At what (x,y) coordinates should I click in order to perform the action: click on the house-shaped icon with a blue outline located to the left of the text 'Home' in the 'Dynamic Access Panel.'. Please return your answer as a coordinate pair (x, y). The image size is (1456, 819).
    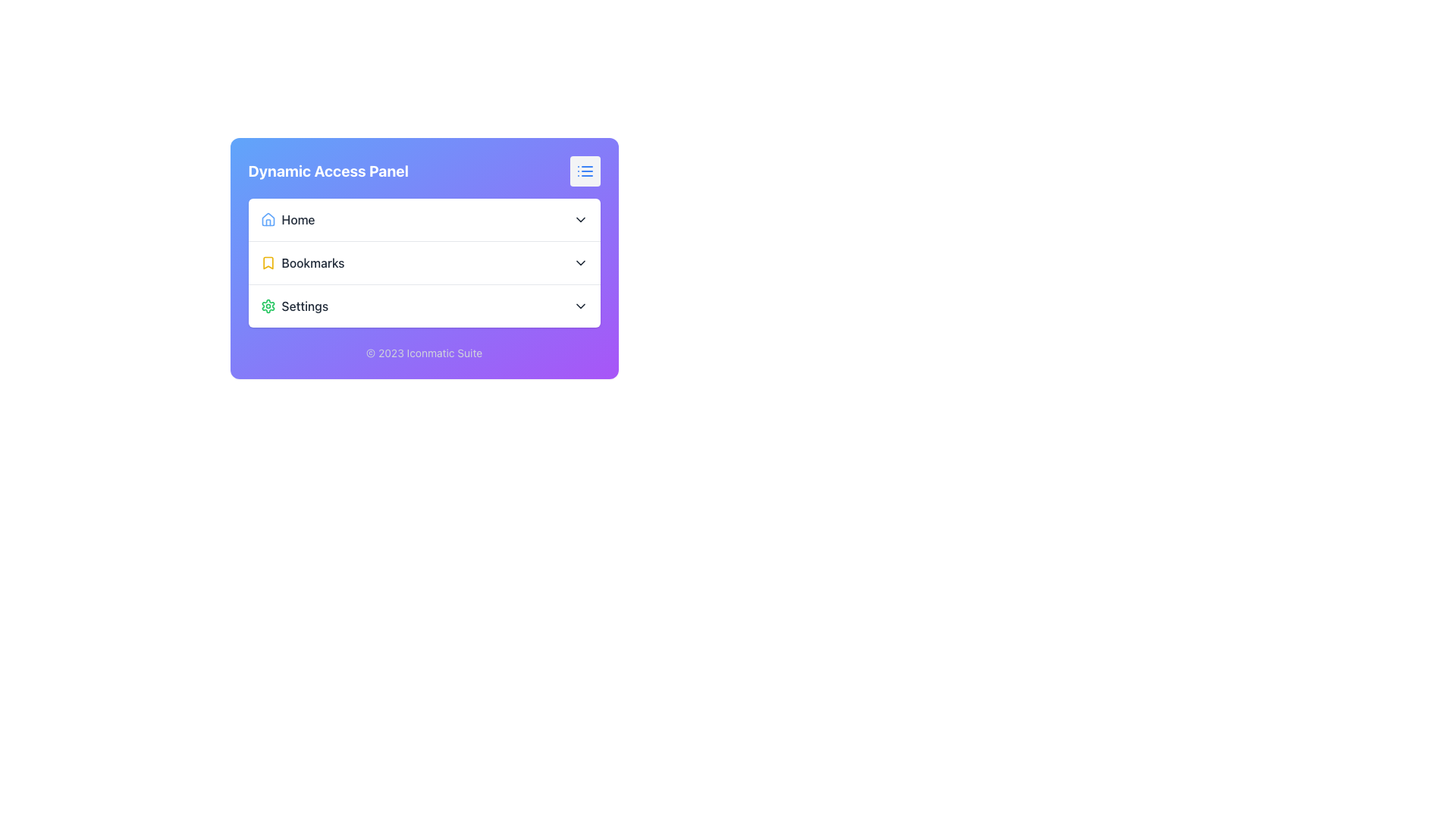
    Looking at the image, I should click on (268, 219).